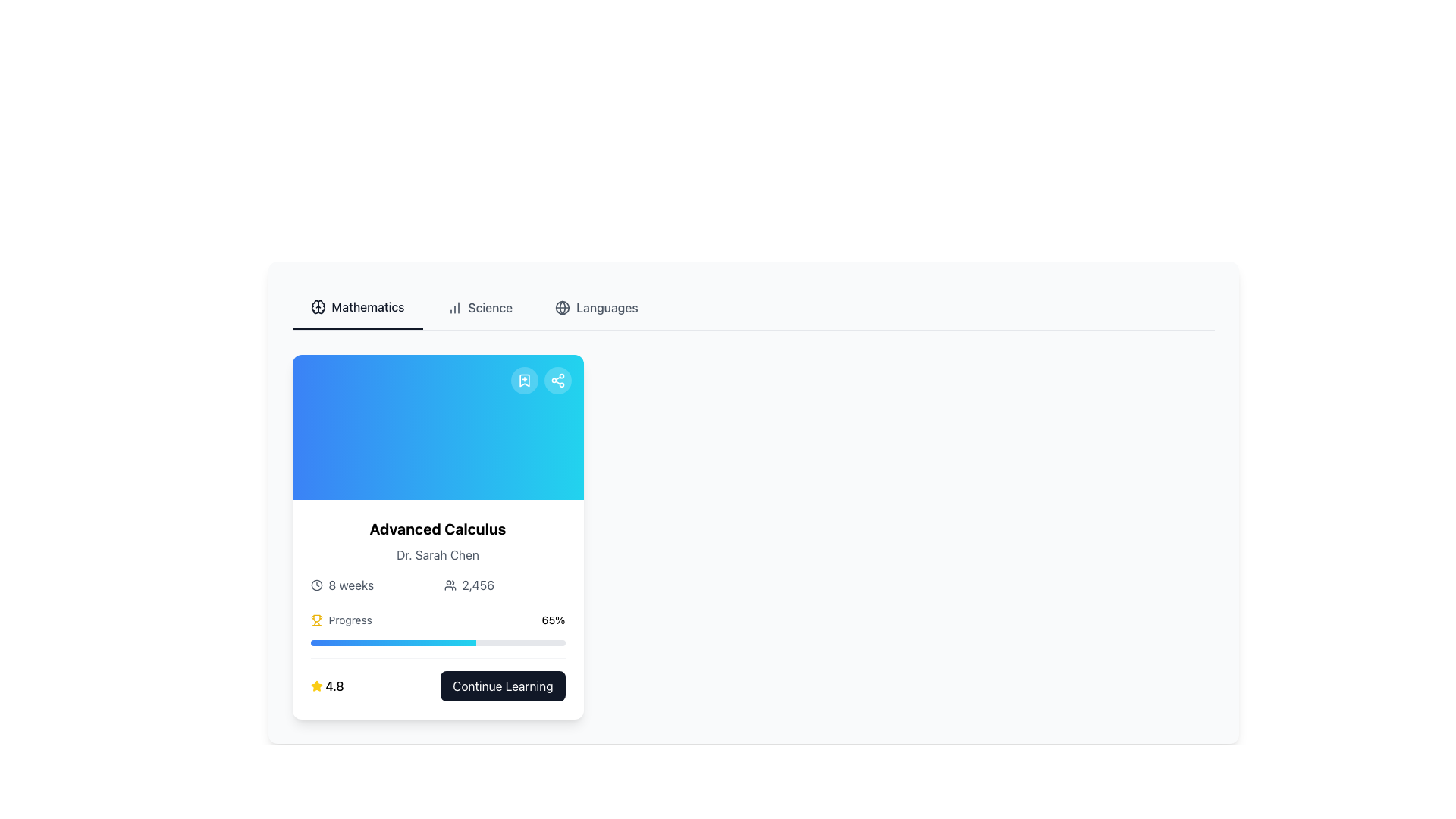  What do you see at coordinates (315, 584) in the screenshot?
I see `the circular vector graphic element, styled with no fill and a stroked line, which is part of the clock icon in the SVG located near the top-right corner of the 'Advanced Calculus' card` at bounding box center [315, 584].